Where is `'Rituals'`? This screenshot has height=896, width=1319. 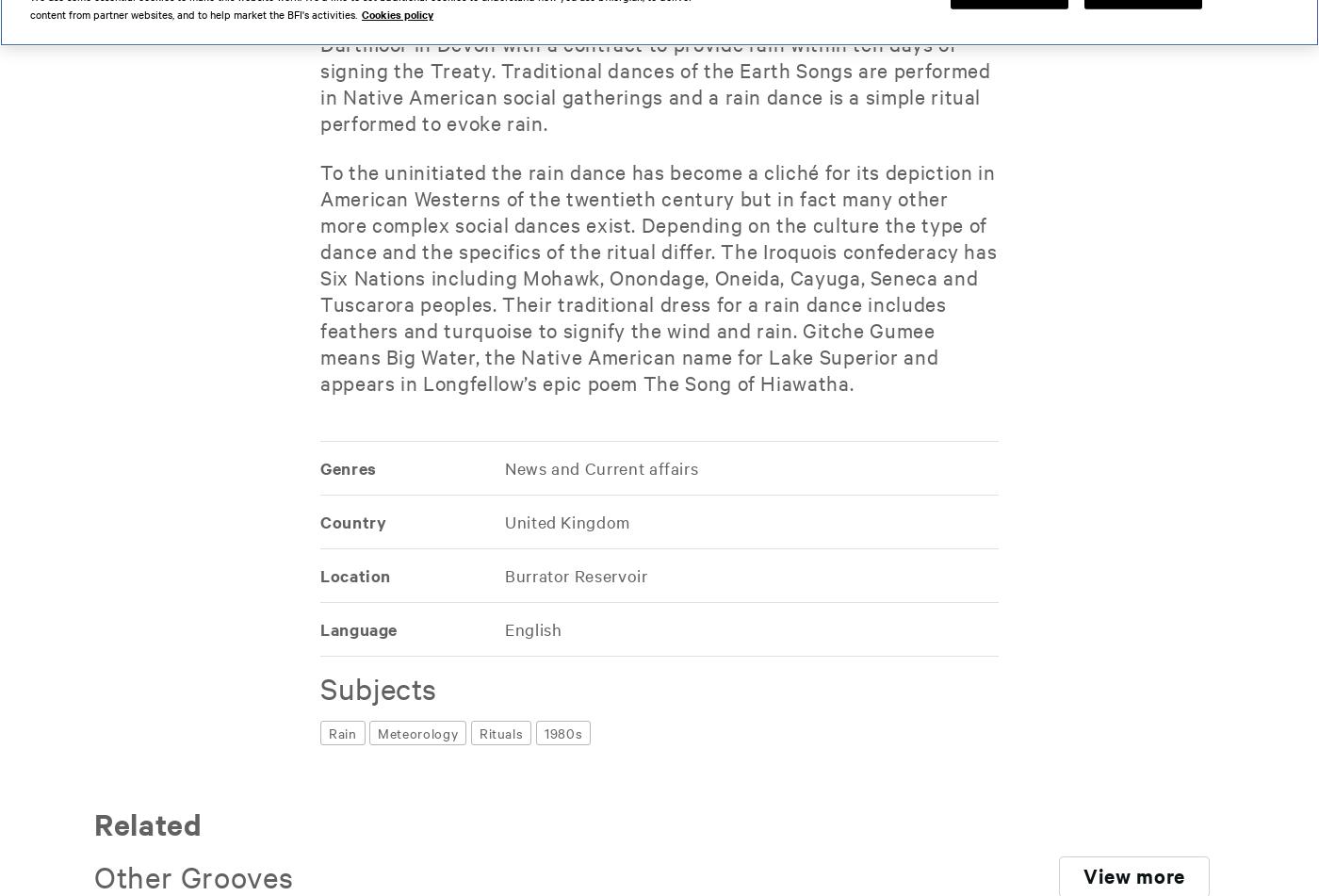 'Rituals' is located at coordinates (500, 732).